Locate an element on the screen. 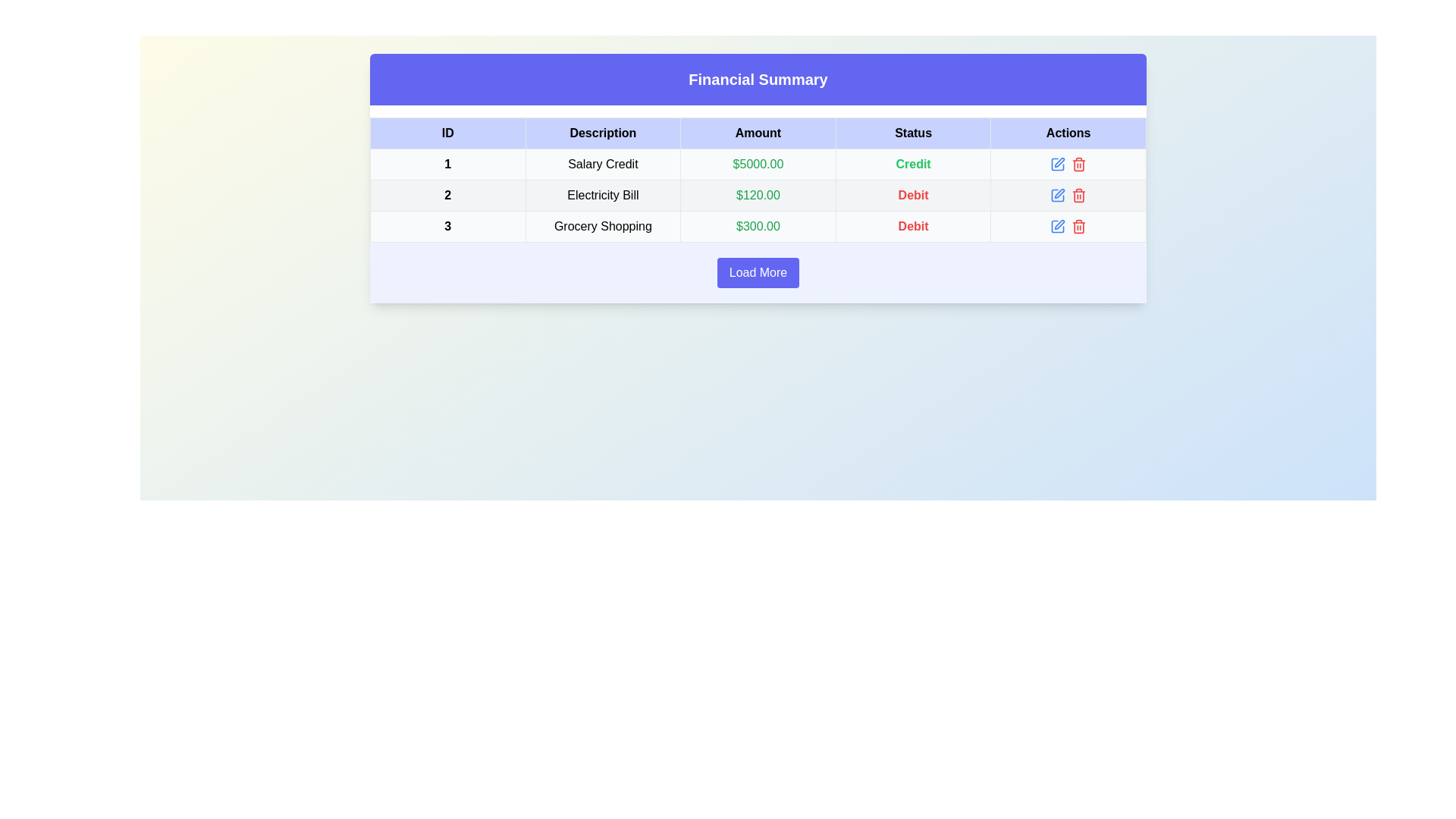 The width and height of the screenshot is (1456, 819). the button located below the 'Financial Summary' table to load more content is located at coordinates (758, 271).